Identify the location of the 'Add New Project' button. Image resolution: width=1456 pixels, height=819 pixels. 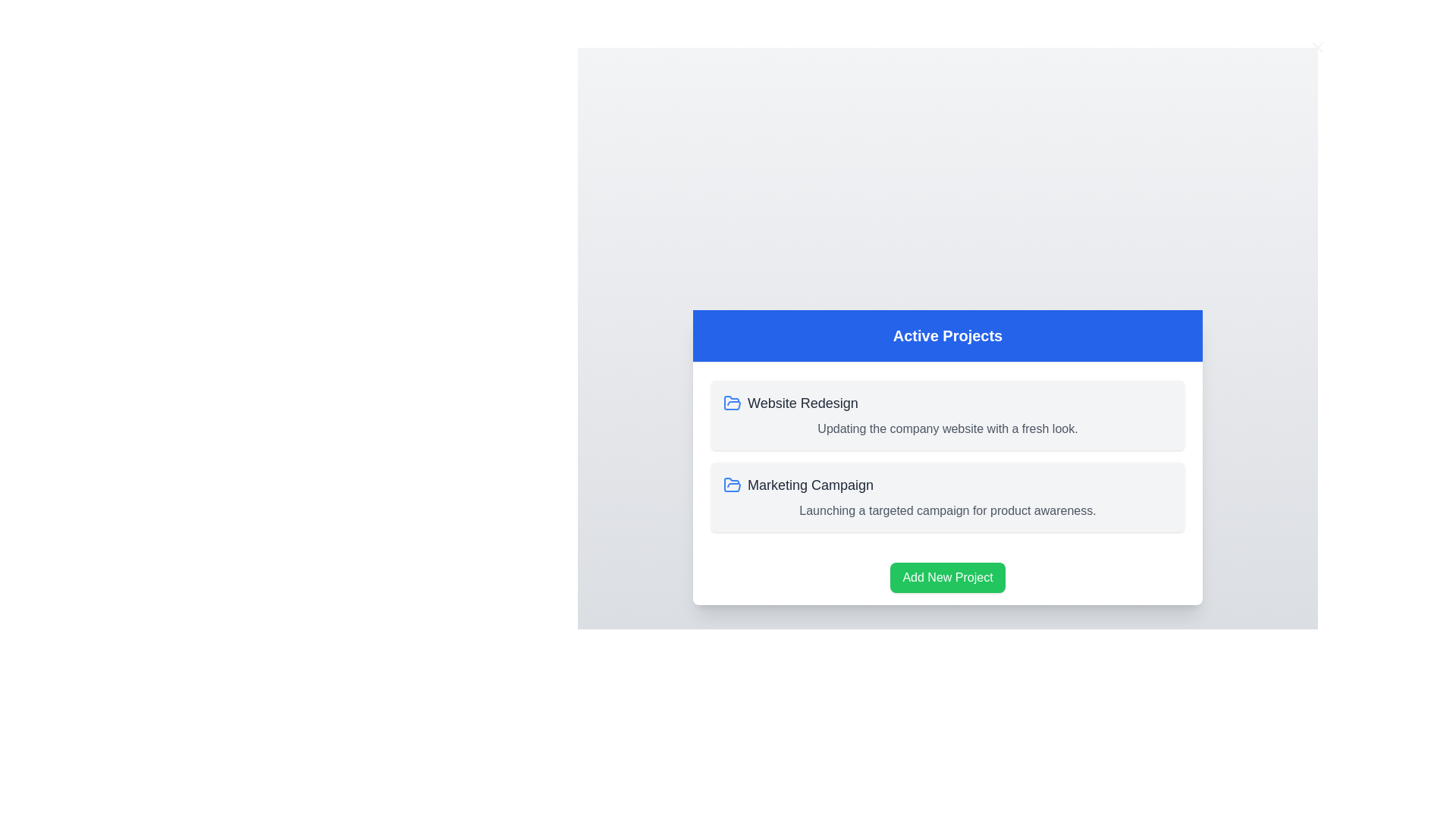
(946, 577).